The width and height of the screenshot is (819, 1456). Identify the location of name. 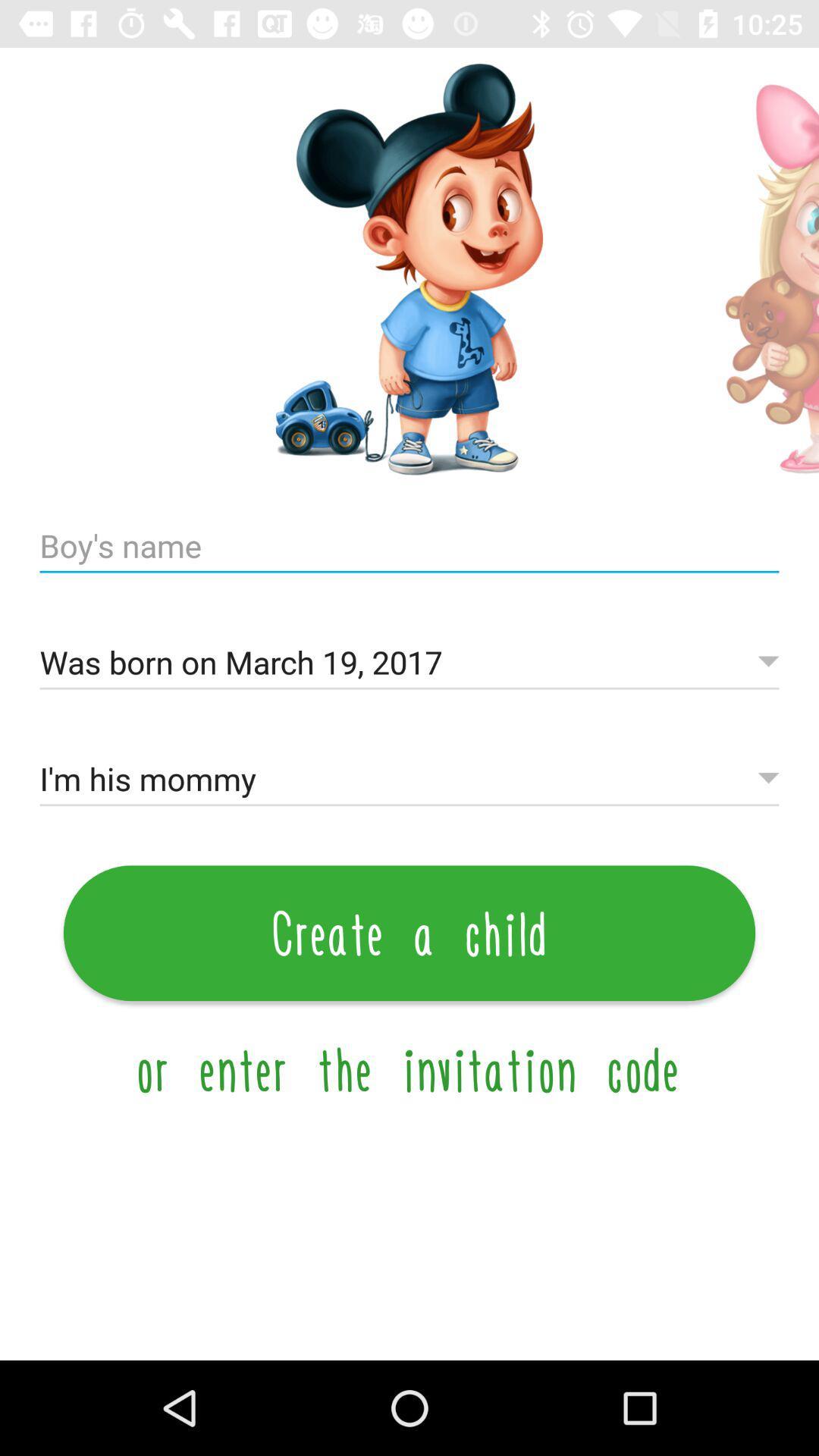
(409, 546).